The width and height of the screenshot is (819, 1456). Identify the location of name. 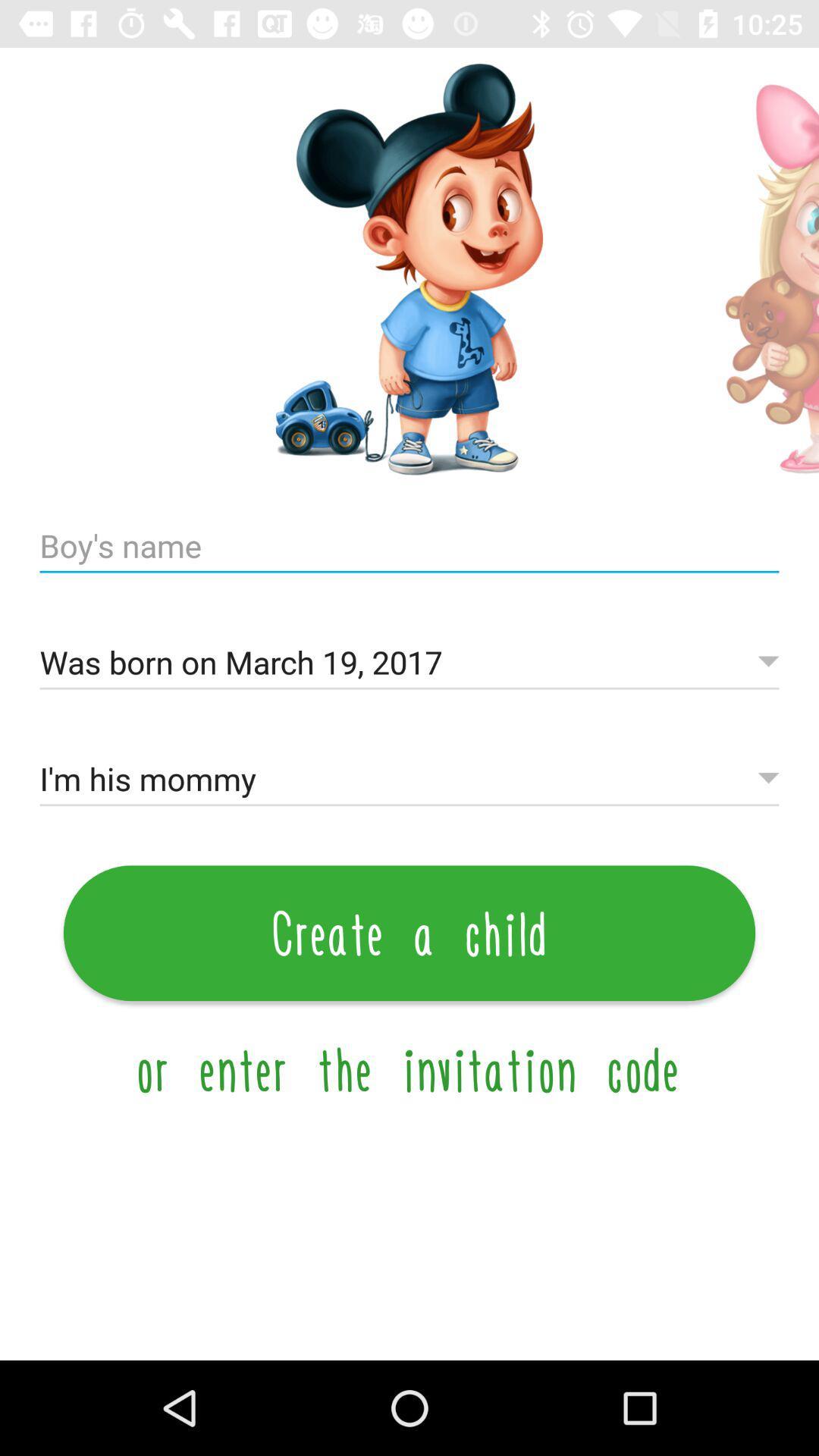
(409, 546).